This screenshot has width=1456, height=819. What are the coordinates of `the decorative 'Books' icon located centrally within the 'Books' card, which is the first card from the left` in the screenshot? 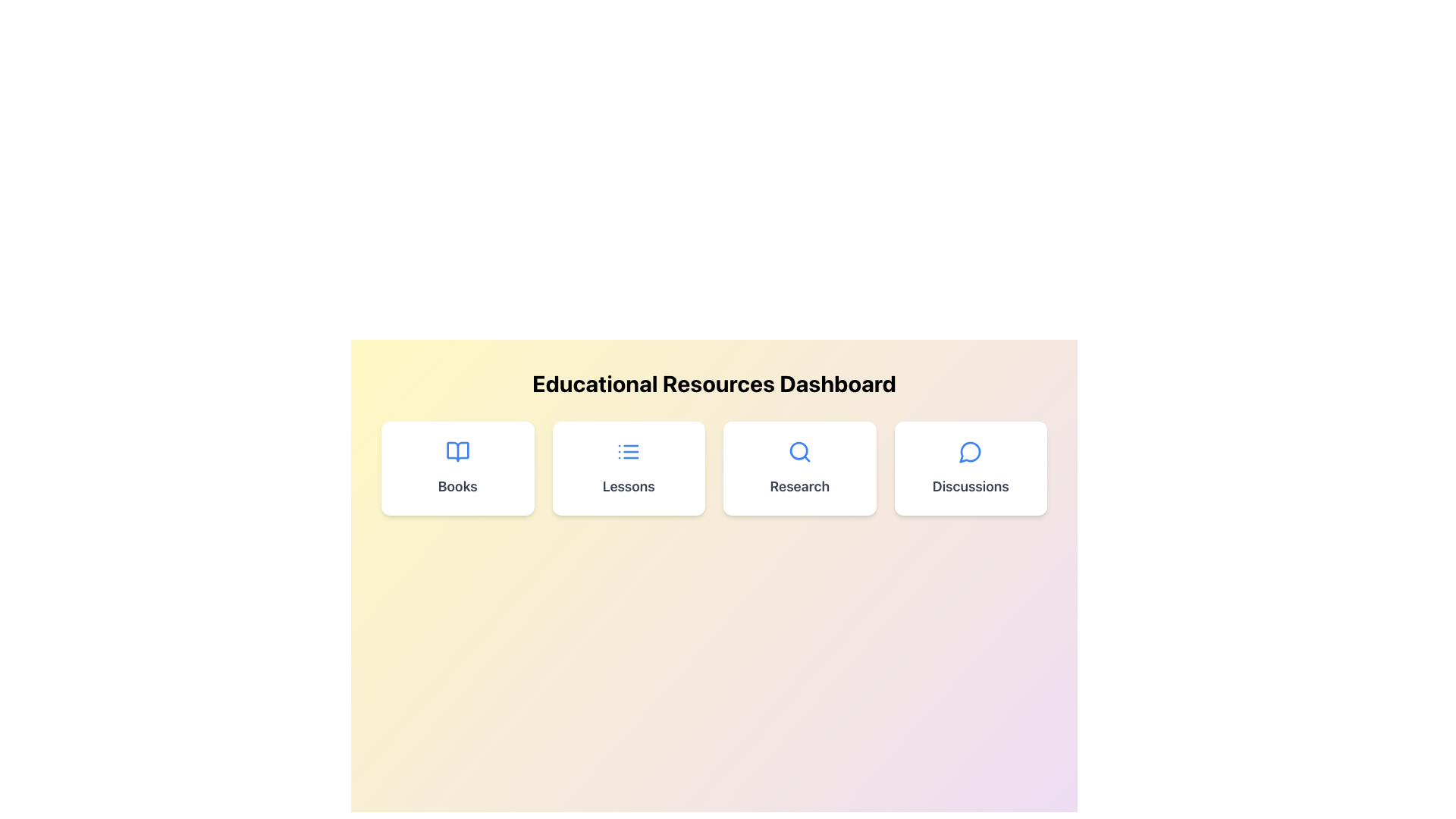 It's located at (457, 451).